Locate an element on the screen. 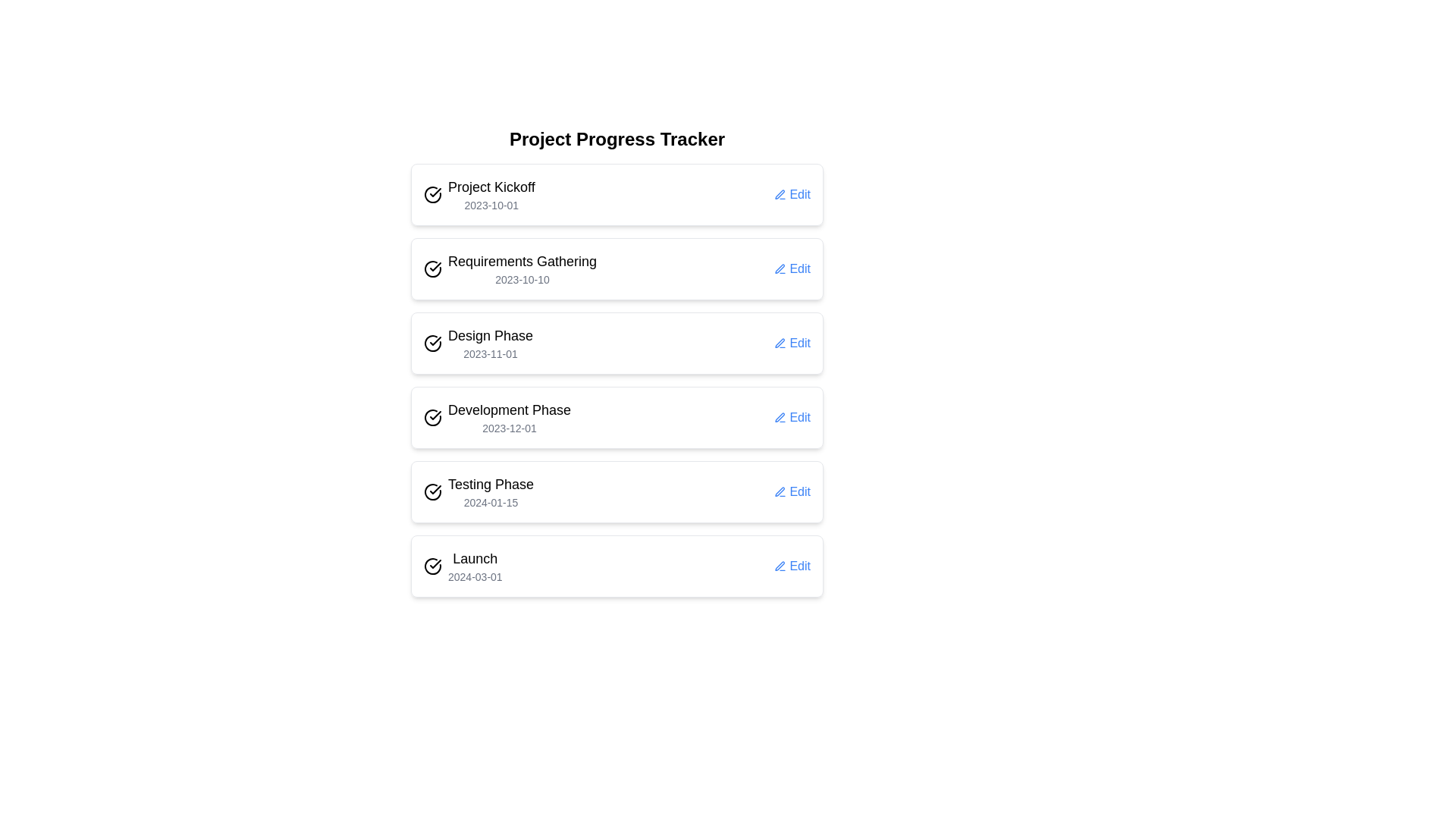  the milestone text with icon located in the bottom section of the progress tracker, which is the last step in the vertical list, positioned to the left of the 'Edit' button is located at coordinates (462, 566).